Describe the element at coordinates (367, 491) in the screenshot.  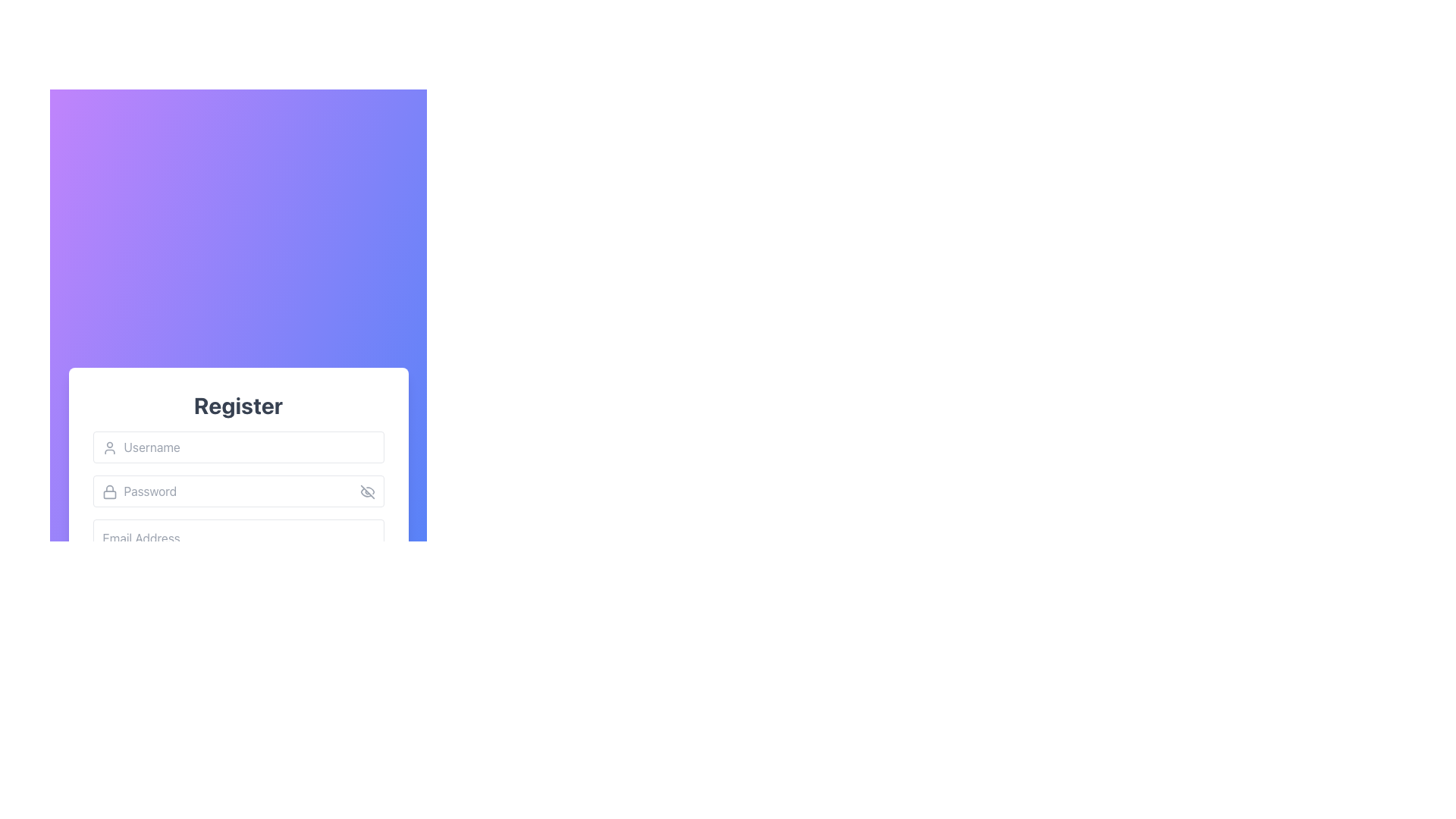
I see `the eye icon with a slashed line across it, which is the visibility toggle button located at the bottom-right corner of the password input field` at that location.